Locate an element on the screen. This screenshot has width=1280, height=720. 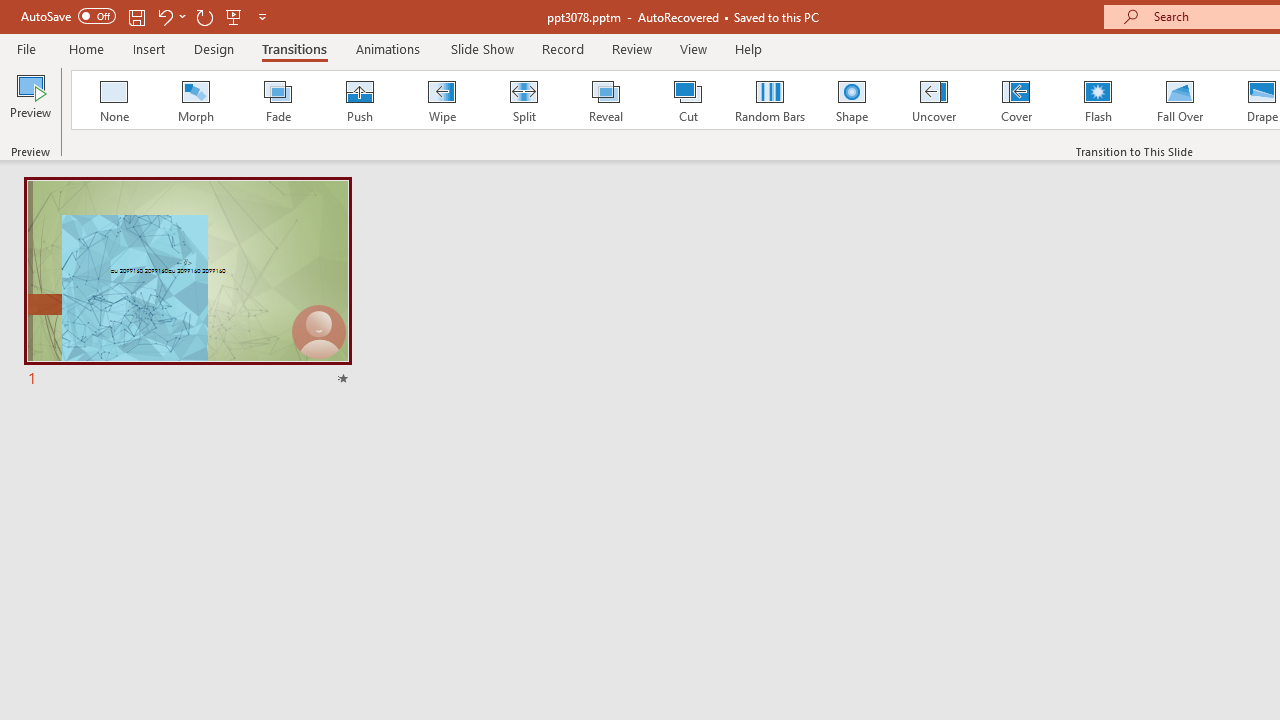
'Reveal' is located at coordinates (604, 100).